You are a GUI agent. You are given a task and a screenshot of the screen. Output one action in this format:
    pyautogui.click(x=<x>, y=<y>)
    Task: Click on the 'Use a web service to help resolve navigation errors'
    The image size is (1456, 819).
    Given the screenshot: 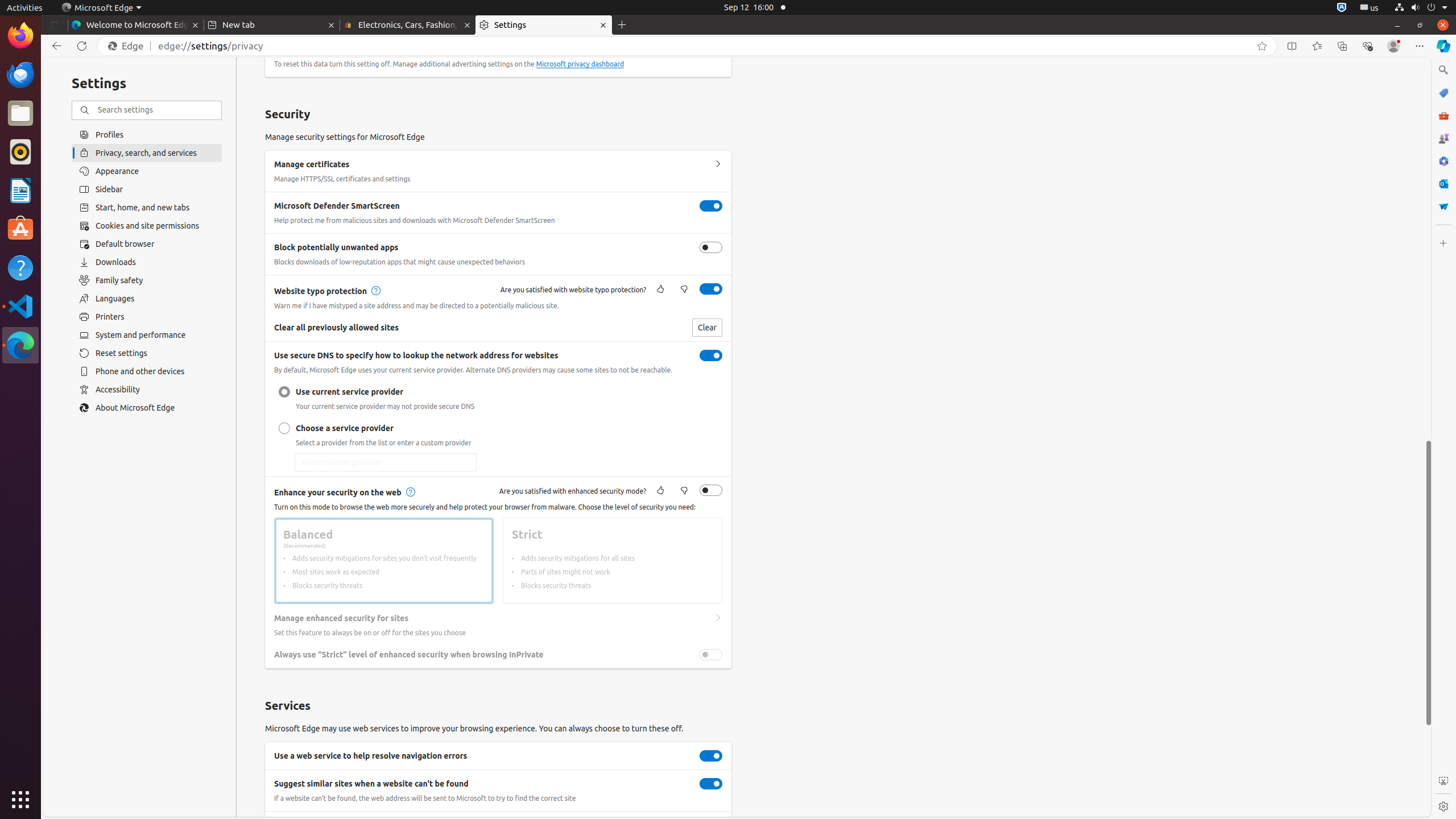 What is the action you would take?
    pyautogui.click(x=711, y=755)
    